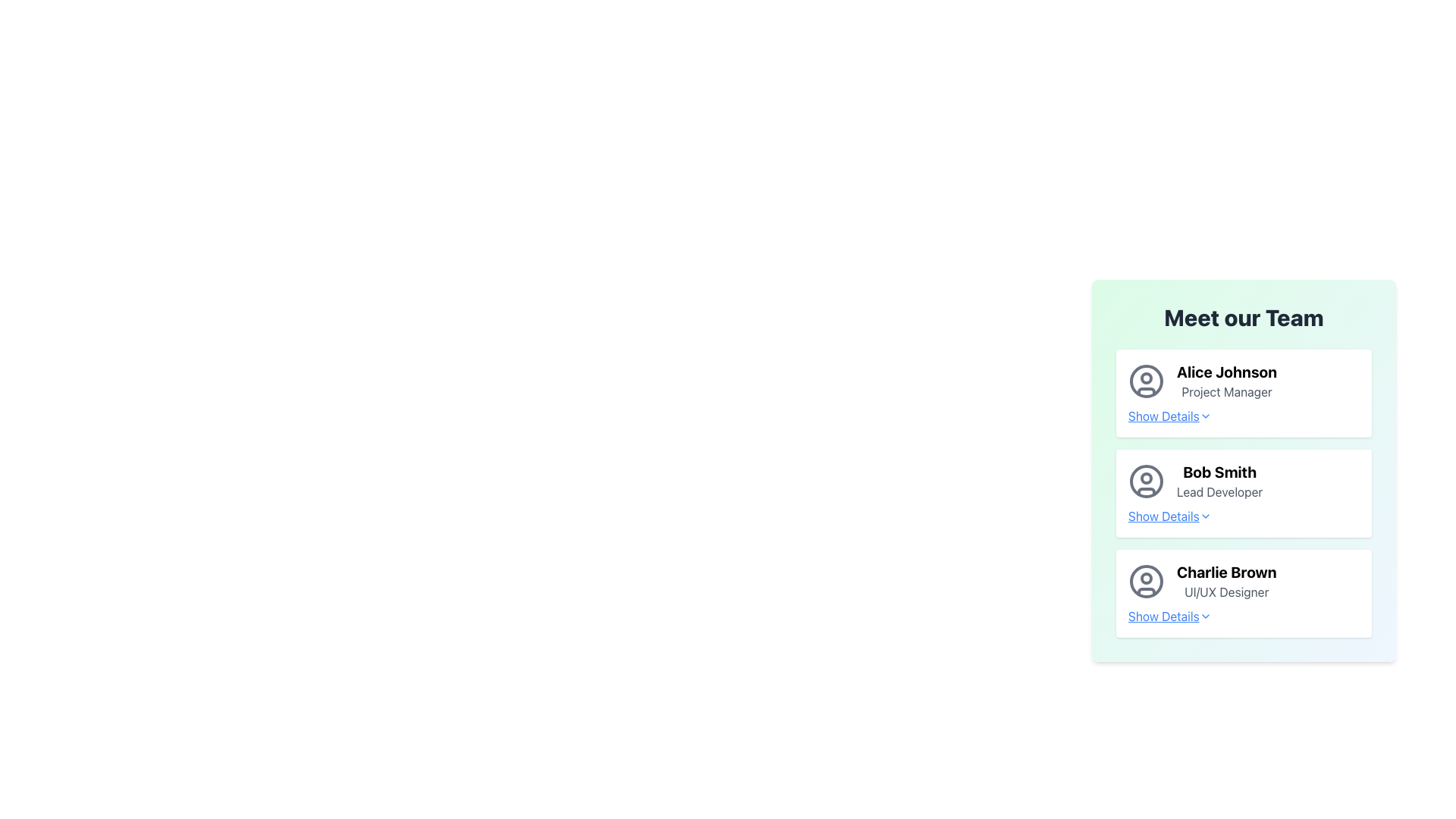 Image resolution: width=1456 pixels, height=819 pixels. What do you see at coordinates (1203, 416) in the screenshot?
I see `the icon located to the right of the 'Show Details' text in the card for Alice Johnson, Project Manager` at bounding box center [1203, 416].